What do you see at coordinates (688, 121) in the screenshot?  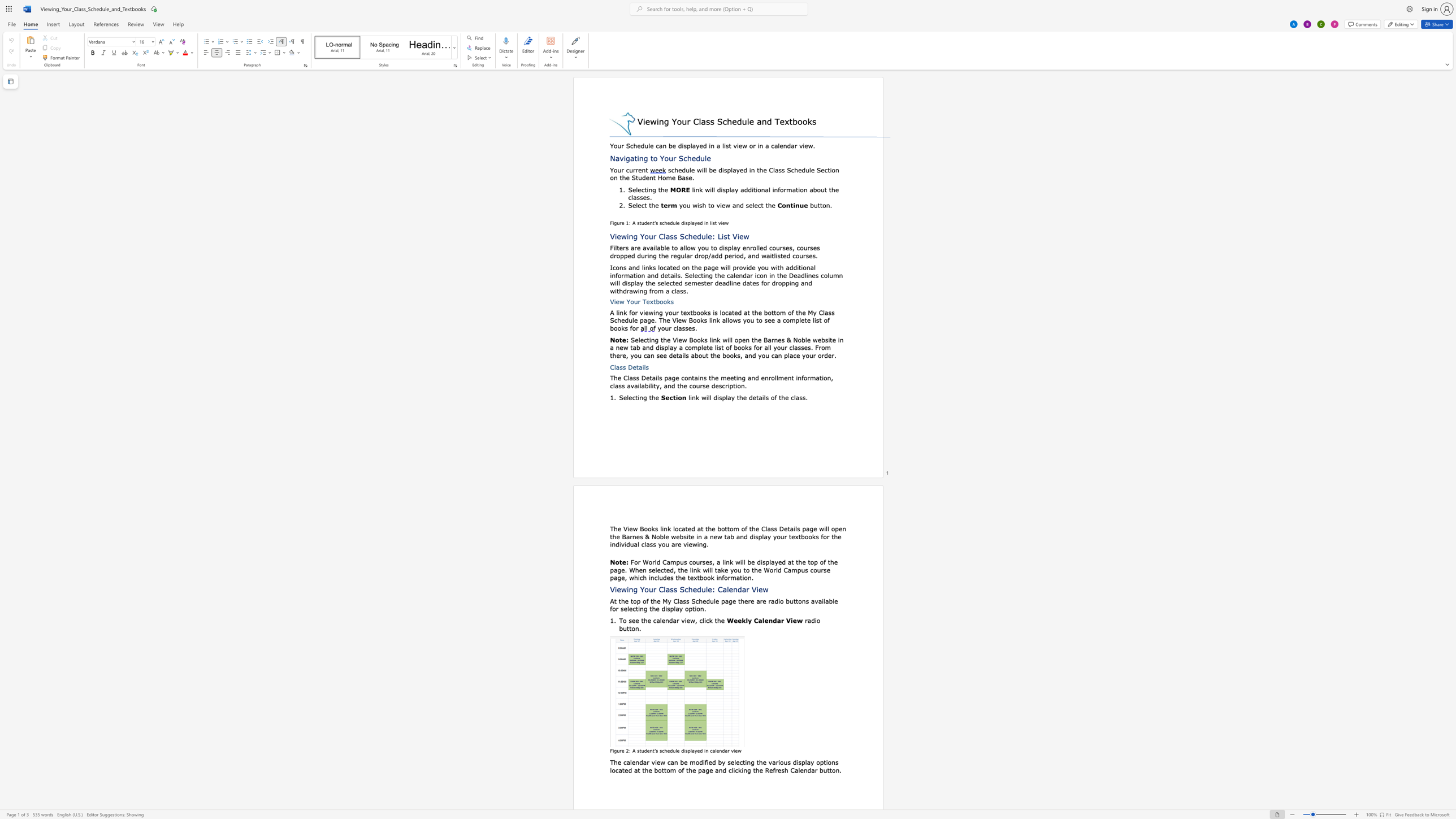 I see `the 1th character "r" in the text` at bounding box center [688, 121].